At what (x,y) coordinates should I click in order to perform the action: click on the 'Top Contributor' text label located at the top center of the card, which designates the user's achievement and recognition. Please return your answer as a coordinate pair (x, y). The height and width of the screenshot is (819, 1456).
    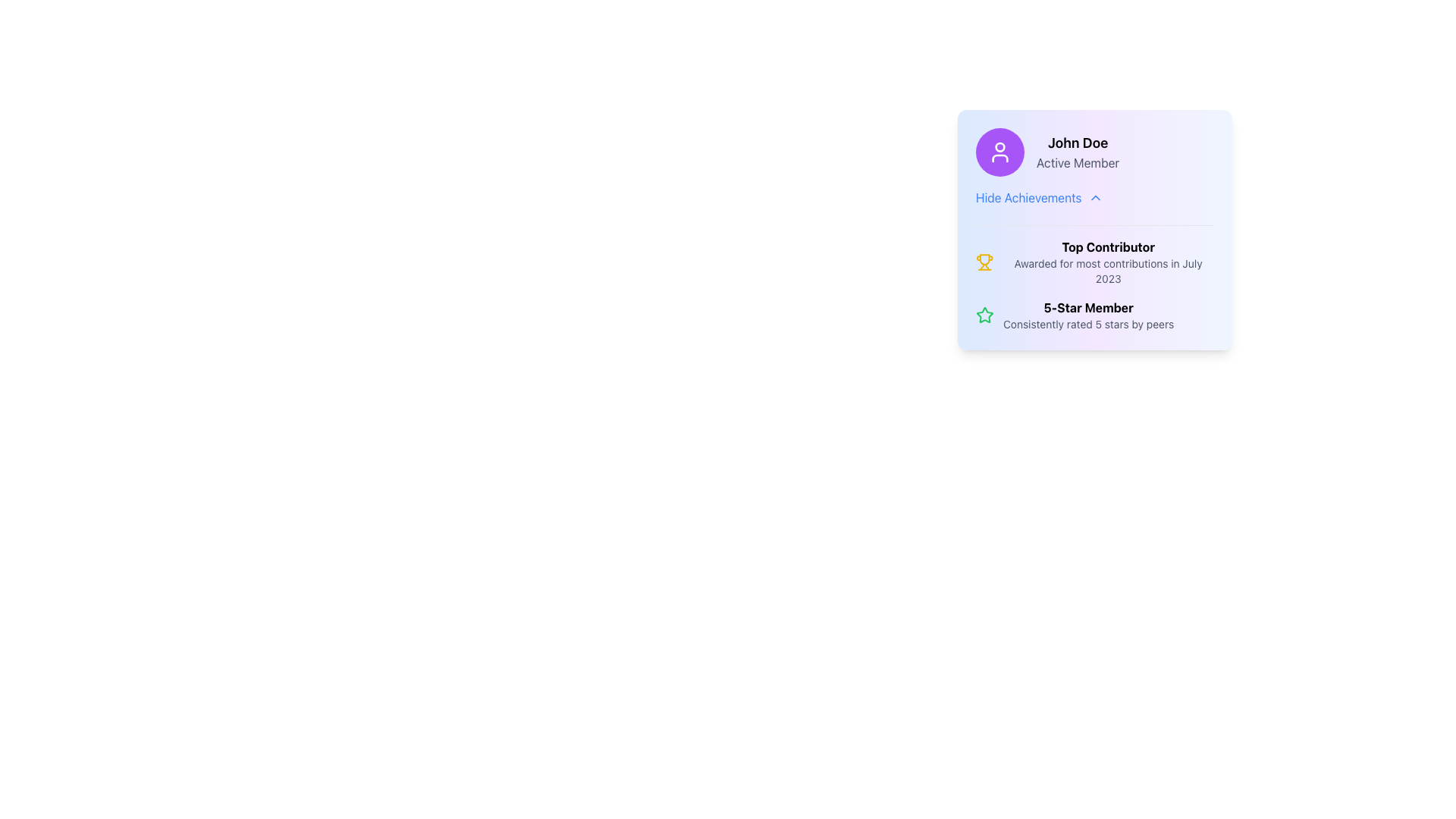
    Looking at the image, I should click on (1108, 246).